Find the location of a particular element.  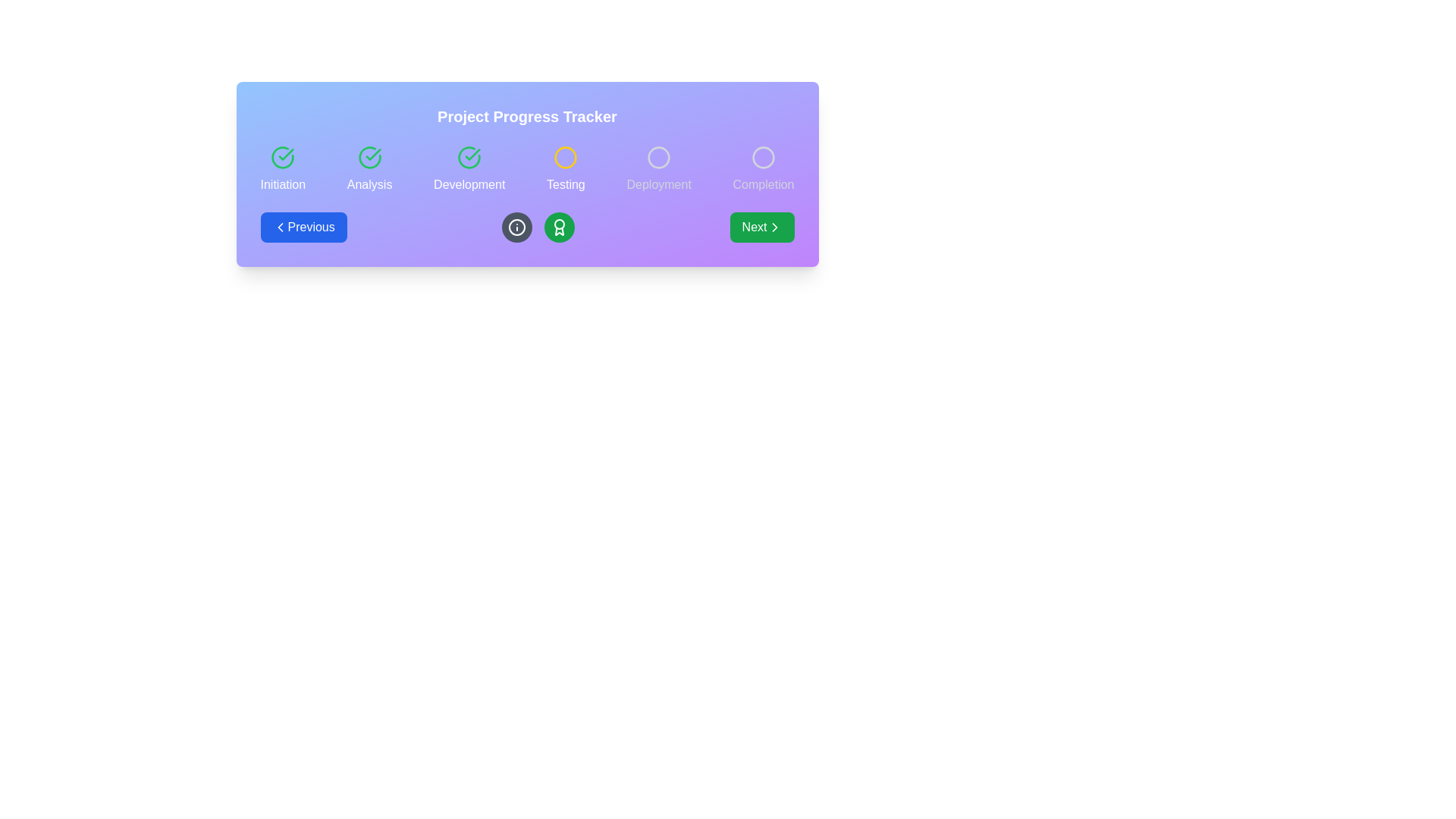

the central circle of the trophy-like icon, which is part of the project progress tracking interface is located at coordinates (559, 224).